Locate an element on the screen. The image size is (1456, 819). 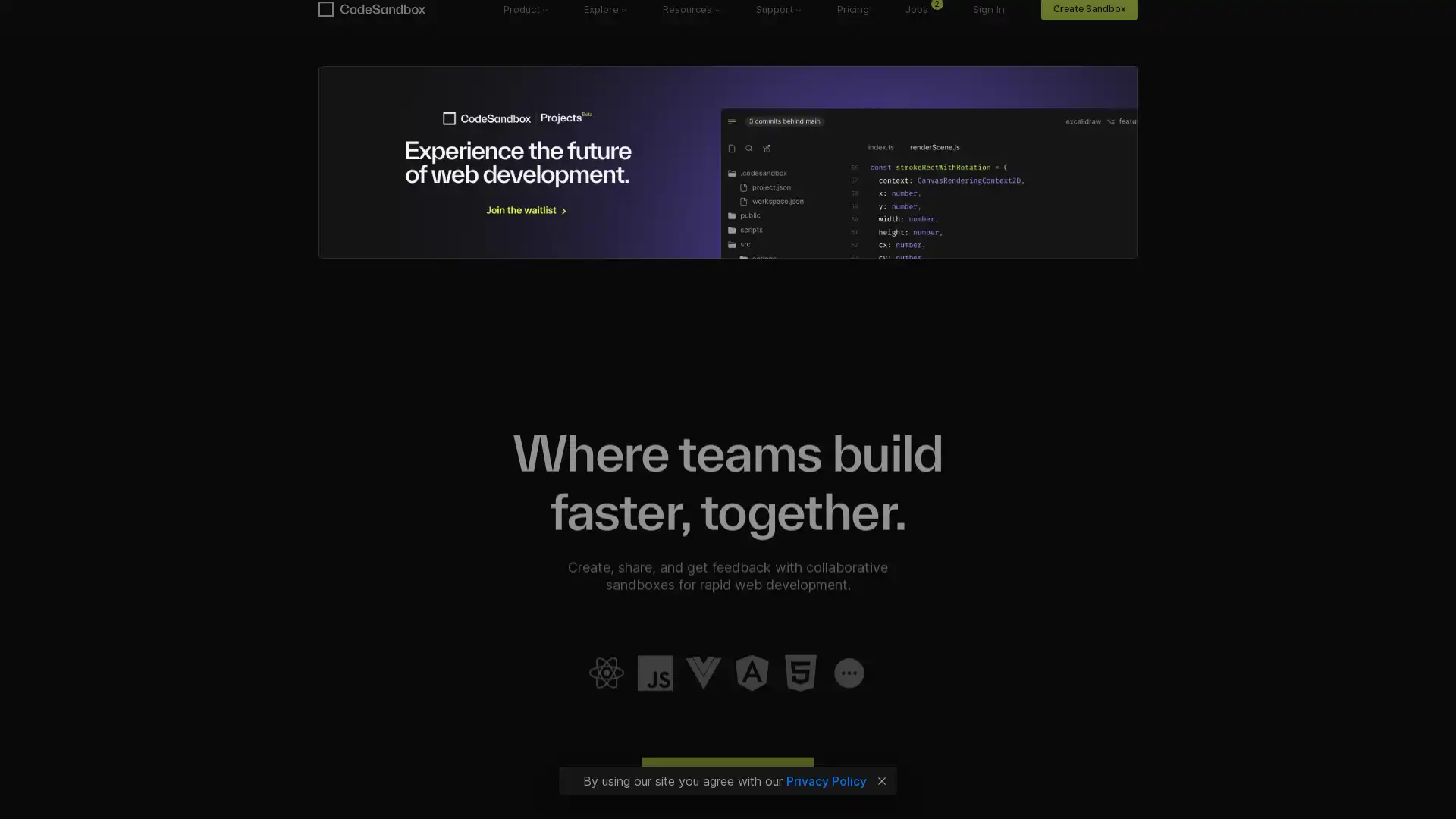
Product is located at coordinates (524, 17).